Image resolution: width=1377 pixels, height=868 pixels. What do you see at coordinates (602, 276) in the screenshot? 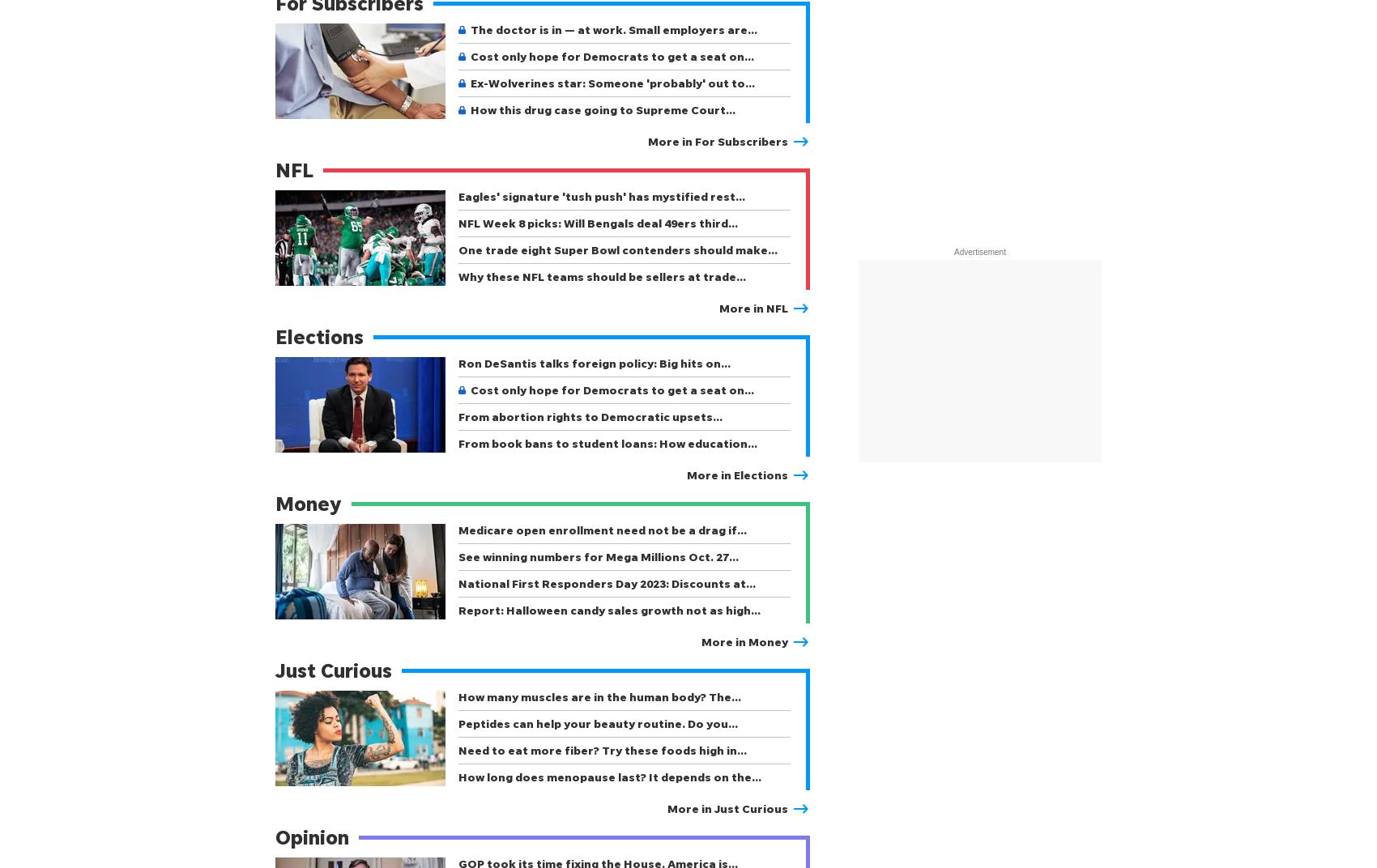
I see `'Why these NFL teams should be sellers at trade…'` at bounding box center [602, 276].